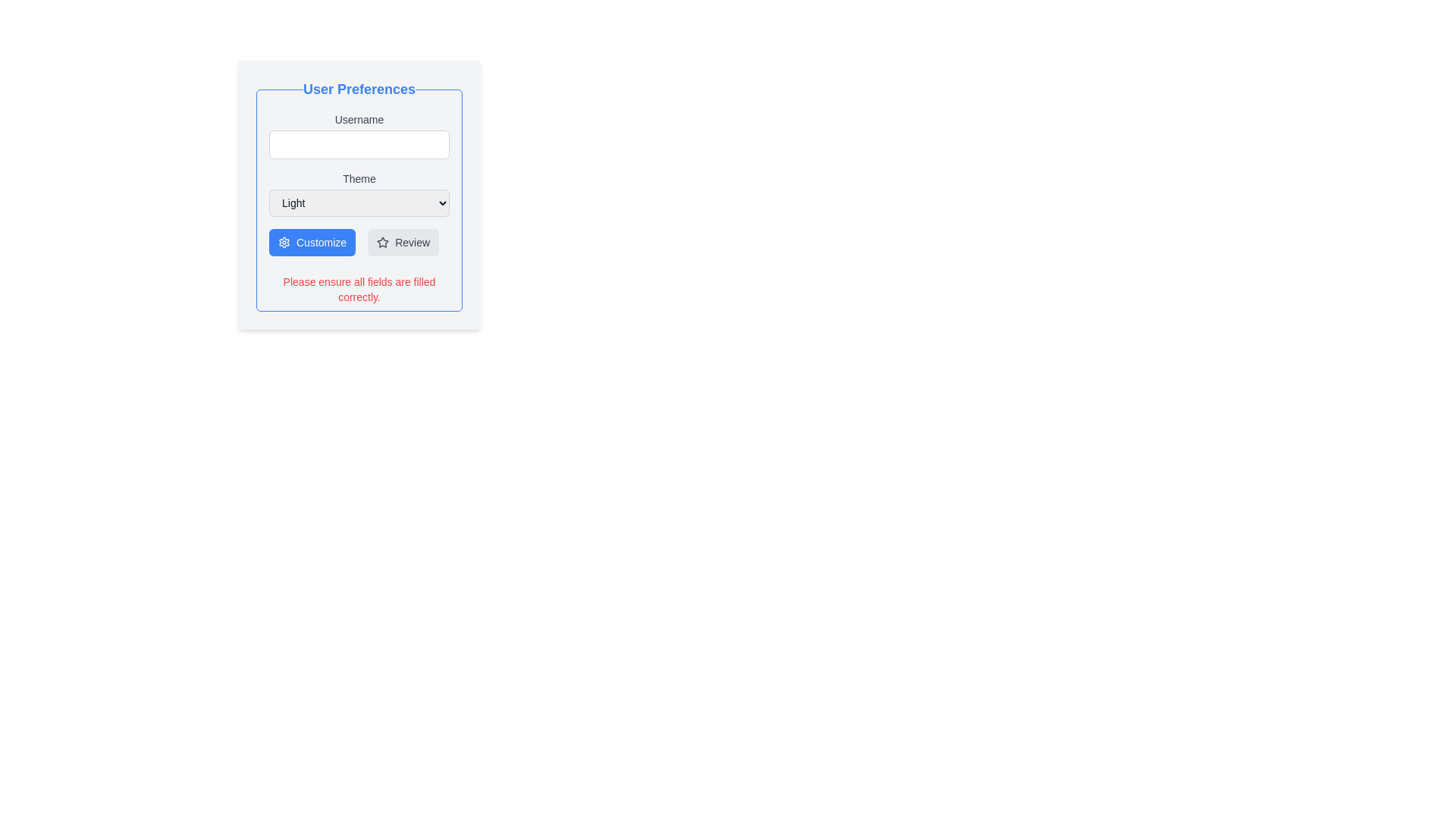  I want to click on the text label that serves as a descriptive heading for the input field below it, which is centrally aligned in the user's view, so click(359, 119).